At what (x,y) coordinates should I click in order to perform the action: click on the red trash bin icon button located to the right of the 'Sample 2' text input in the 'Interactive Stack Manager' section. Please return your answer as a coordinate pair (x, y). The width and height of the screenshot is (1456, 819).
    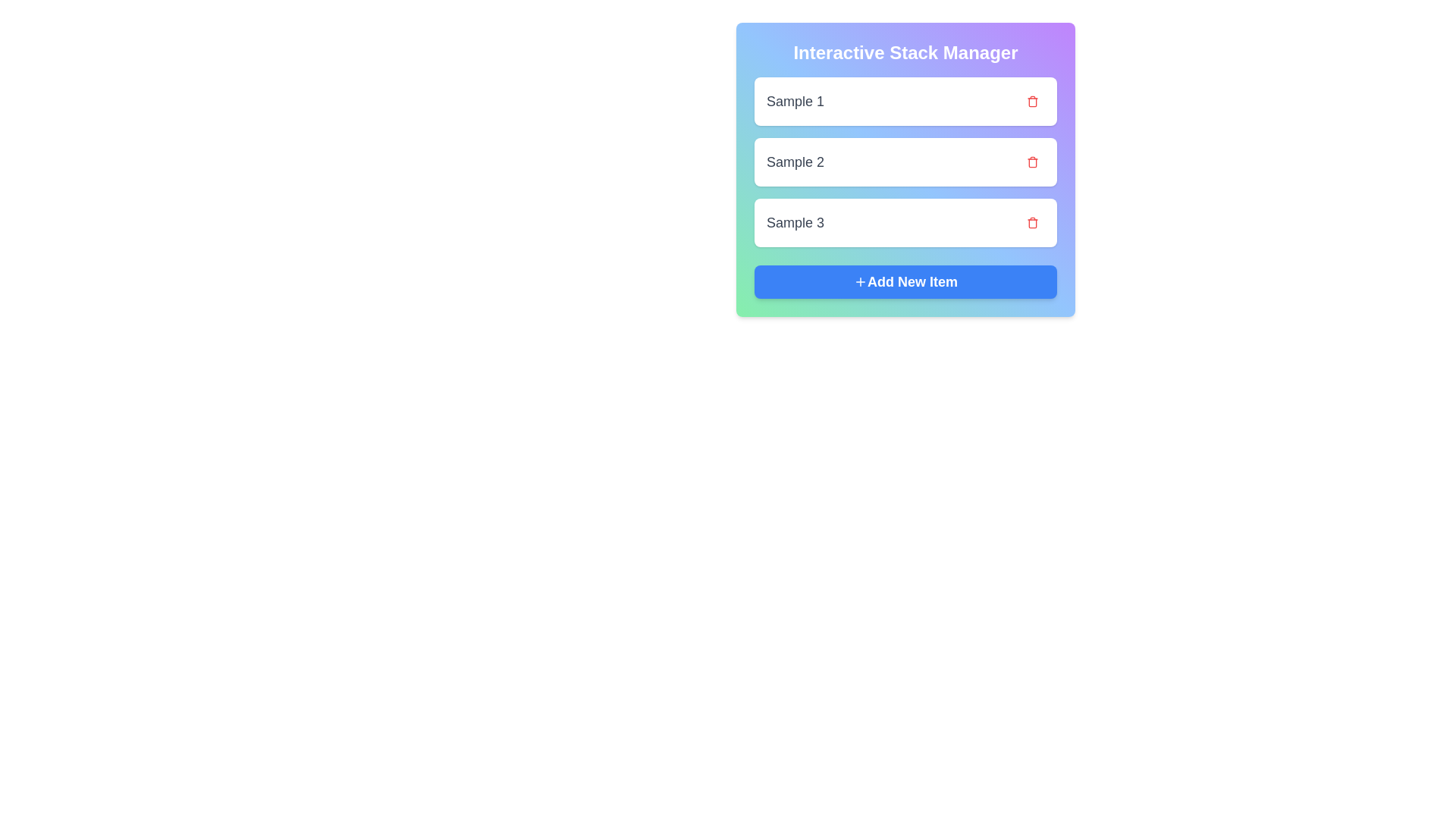
    Looking at the image, I should click on (1032, 162).